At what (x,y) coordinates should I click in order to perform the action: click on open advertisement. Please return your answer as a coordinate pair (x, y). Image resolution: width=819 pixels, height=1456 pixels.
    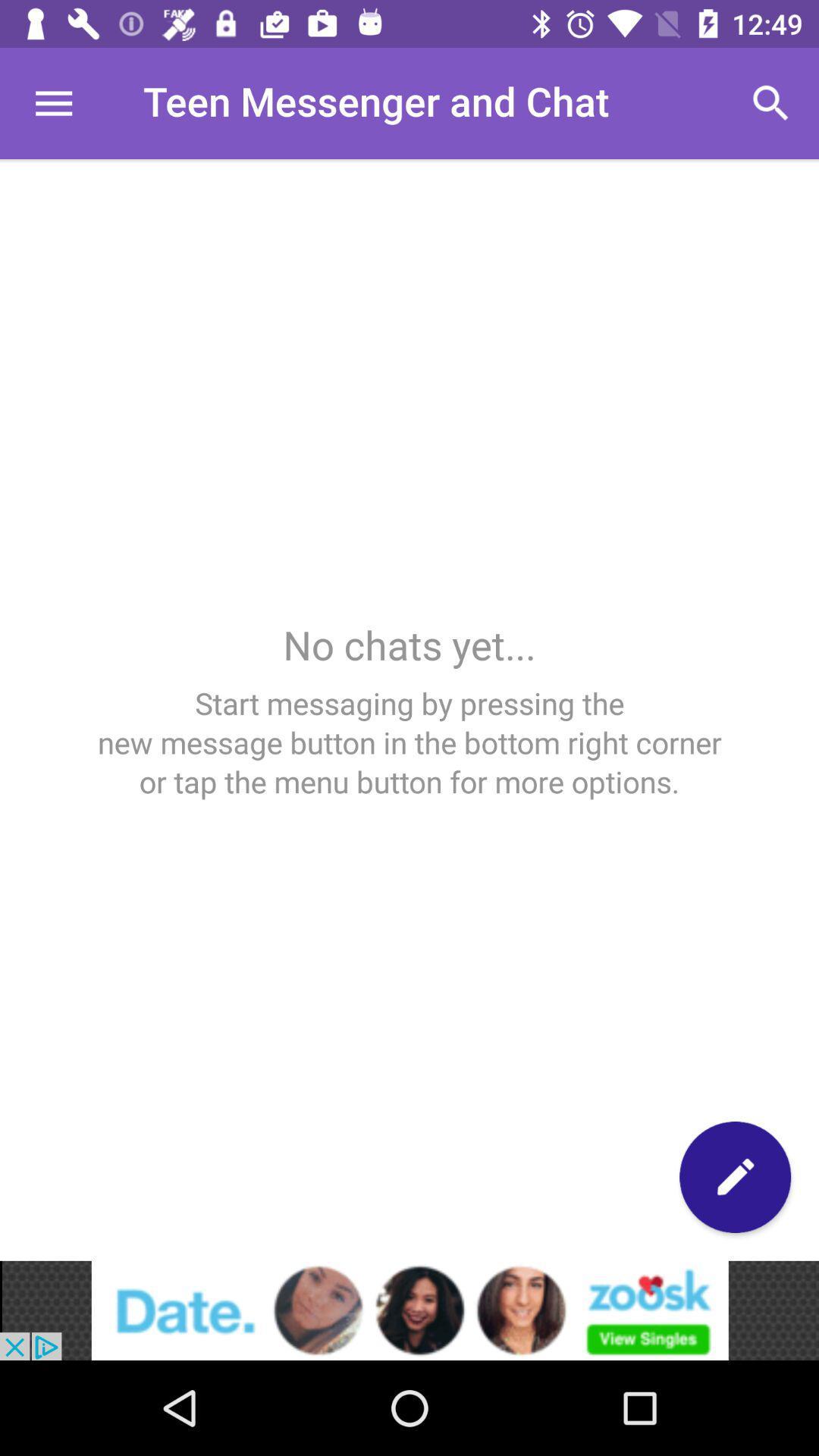
    Looking at the image, I should click on (409, 1310).